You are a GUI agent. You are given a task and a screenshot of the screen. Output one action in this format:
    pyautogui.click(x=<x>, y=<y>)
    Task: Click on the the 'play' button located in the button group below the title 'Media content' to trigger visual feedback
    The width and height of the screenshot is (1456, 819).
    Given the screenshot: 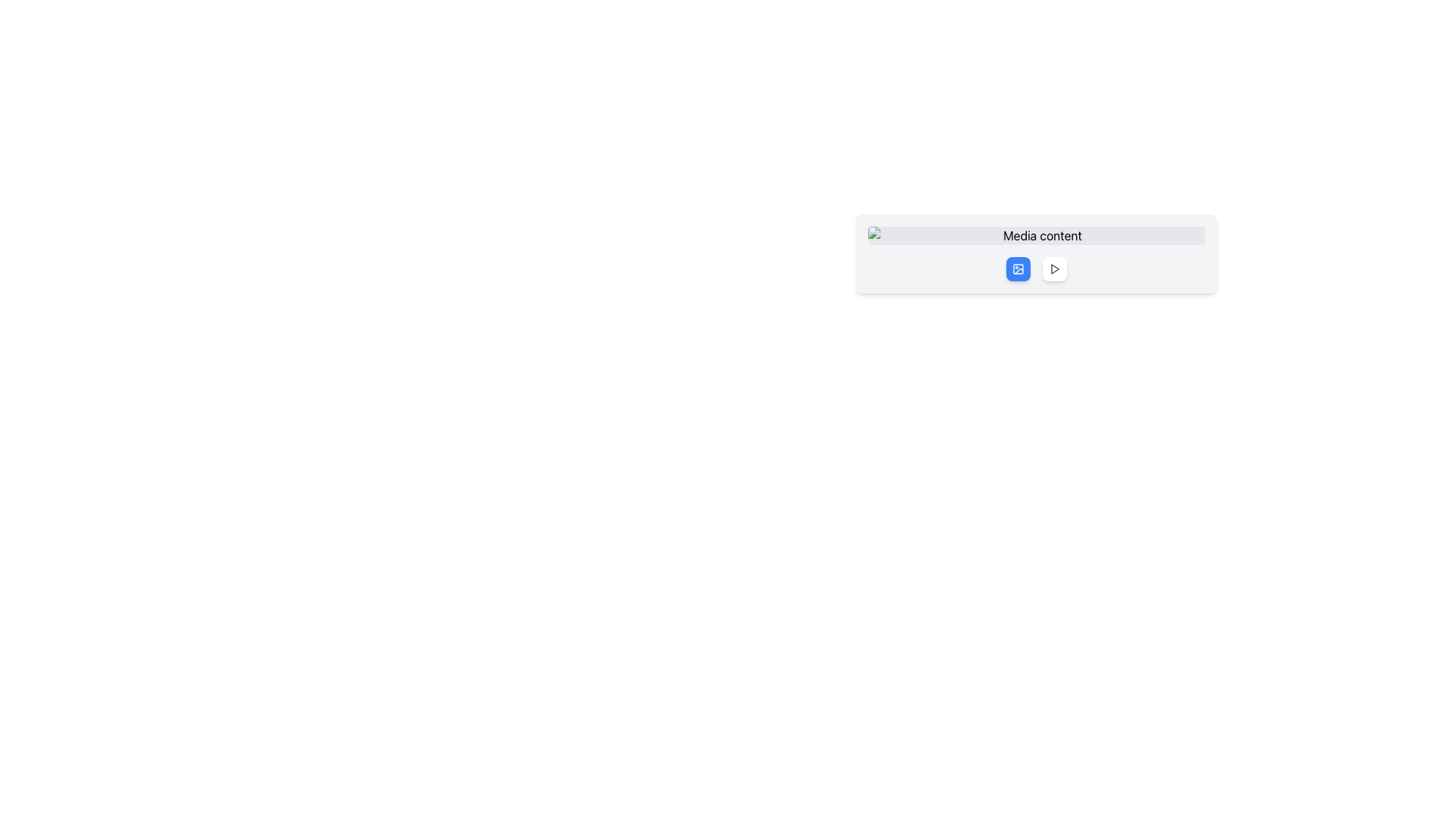 What is the action you would take?
    pyautogui.click(x=1054, y=268)
    